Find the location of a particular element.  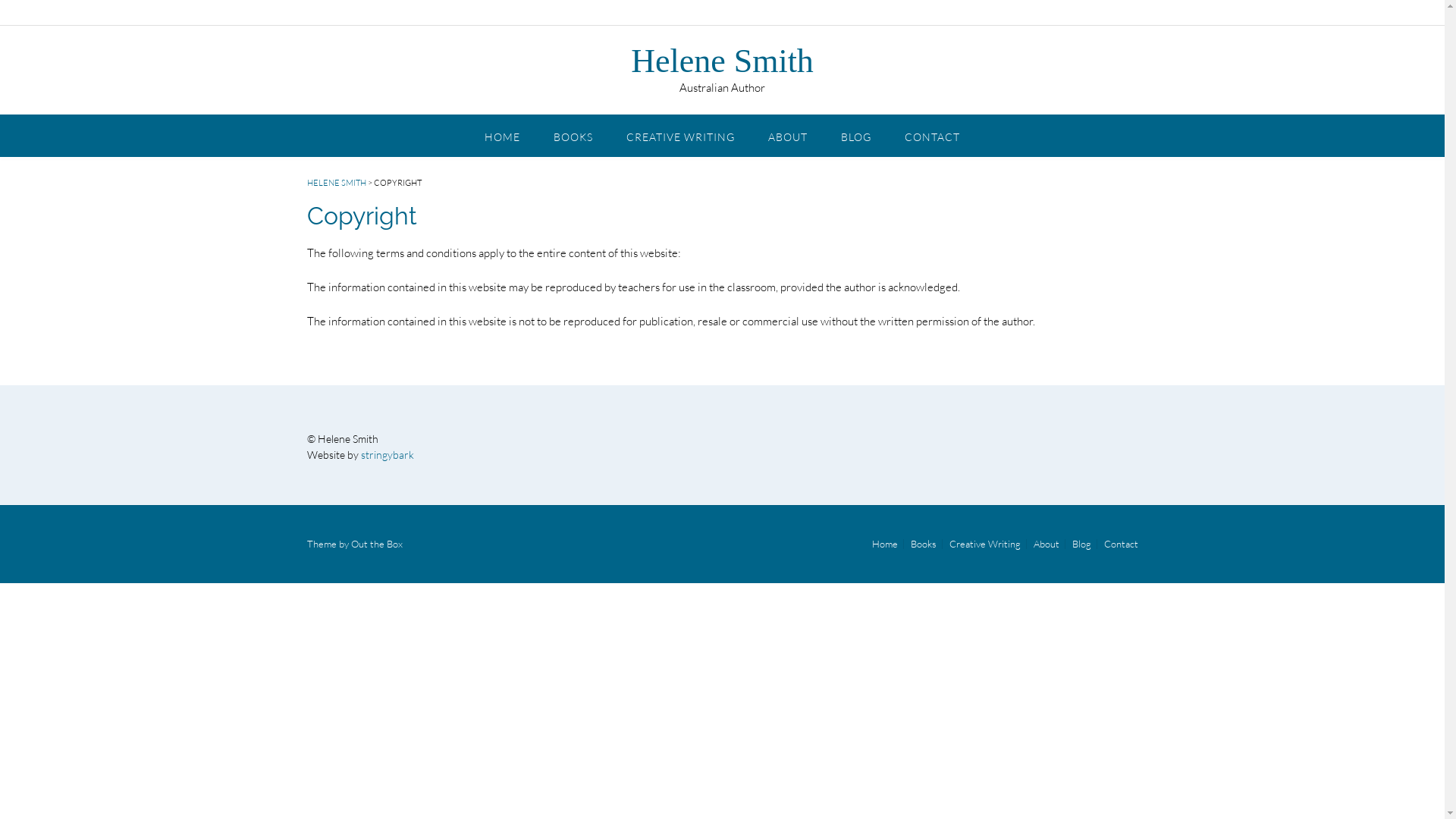

'Contact' is located at coordinates (1117, 543).